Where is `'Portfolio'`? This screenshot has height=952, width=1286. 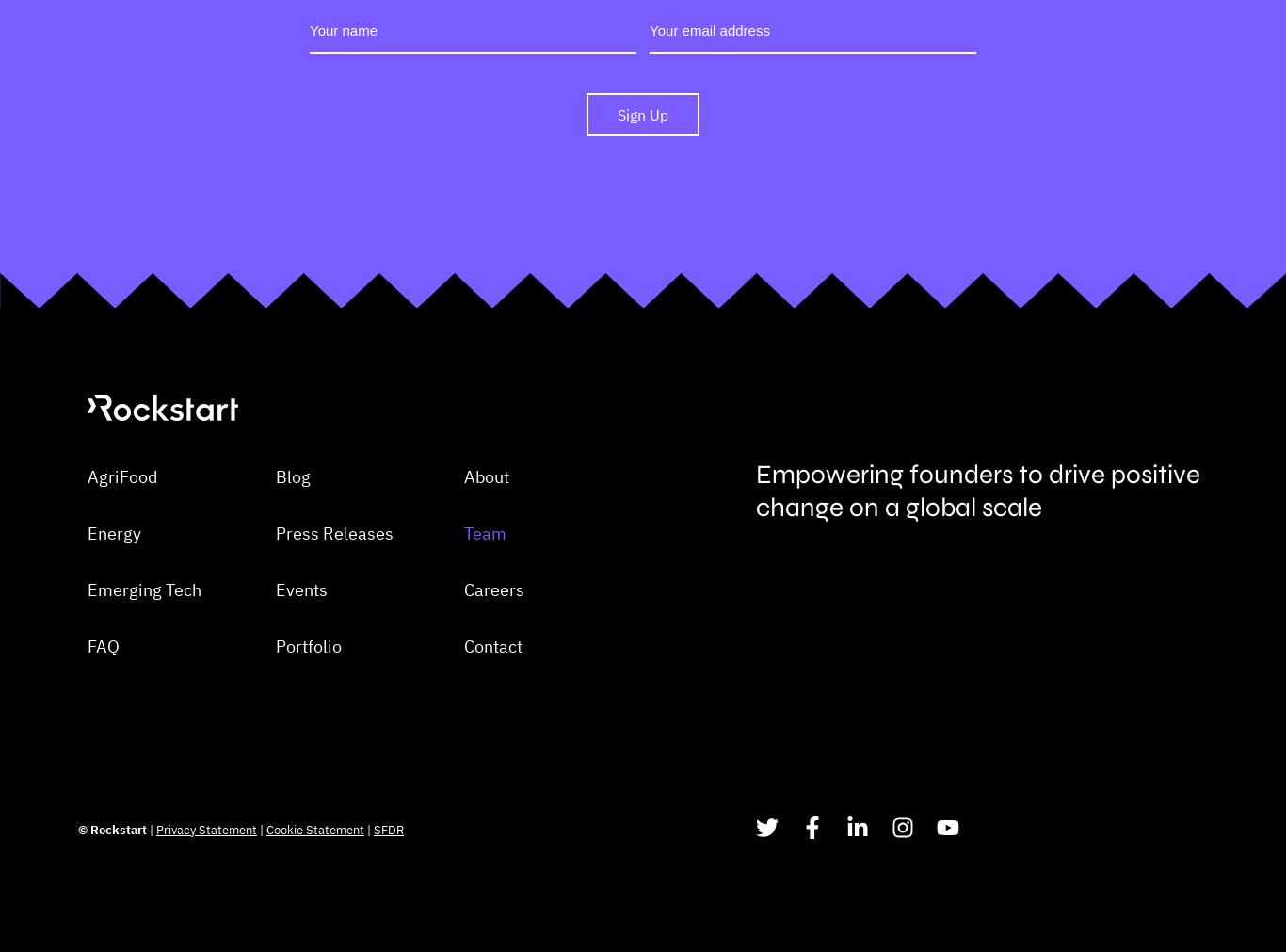
'Portfolio' is located at coordinates (308, 738).